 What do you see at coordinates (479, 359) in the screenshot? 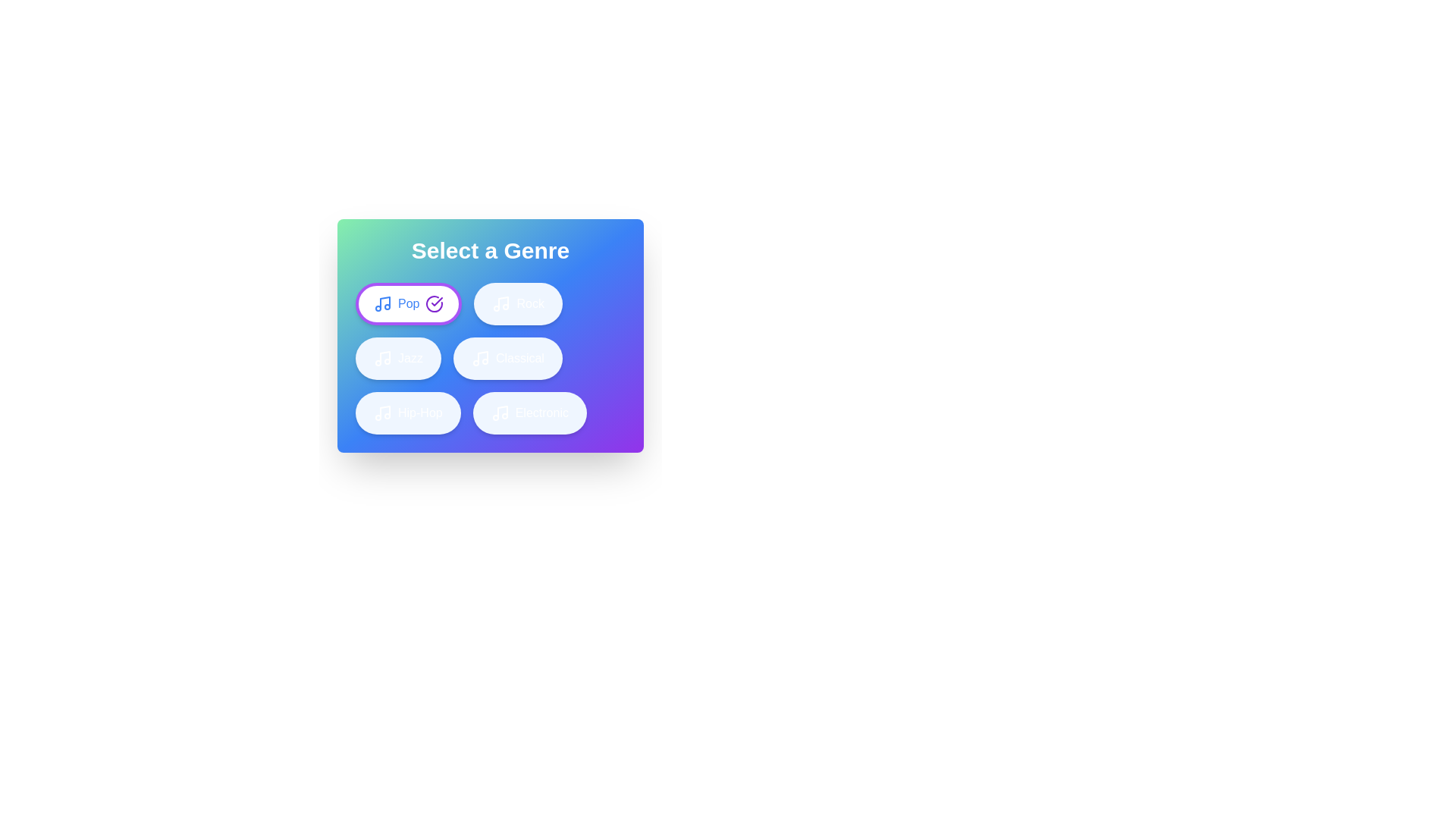
I see `properties of the music icon located within the 'Classical' button, which is positioned in the second row and second column of the grid layout` at bounding box center [479, 359].